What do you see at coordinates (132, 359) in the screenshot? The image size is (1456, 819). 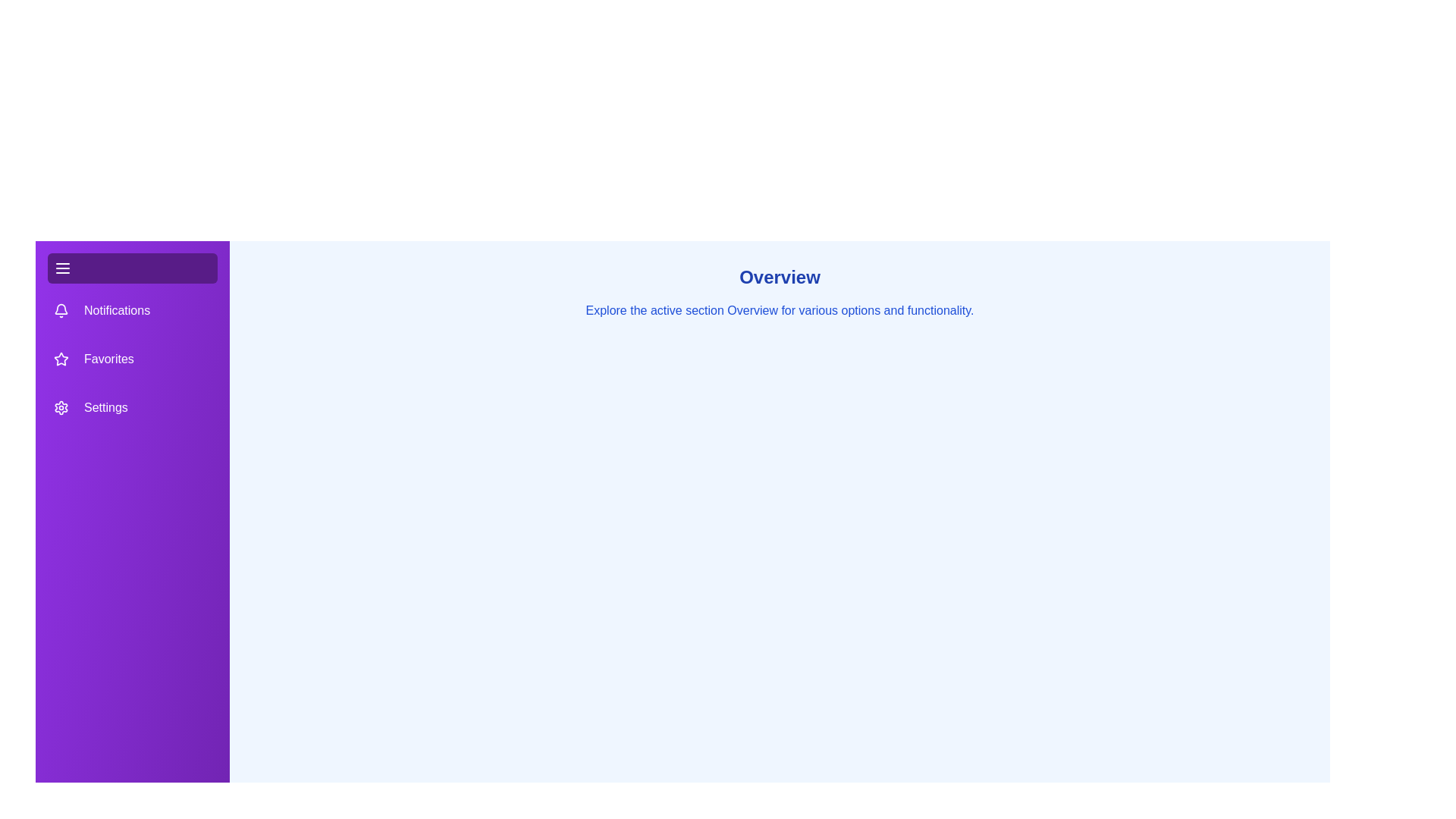 I see `the tab labeled Favorites in the drawer` at bounding box center [132, 359].